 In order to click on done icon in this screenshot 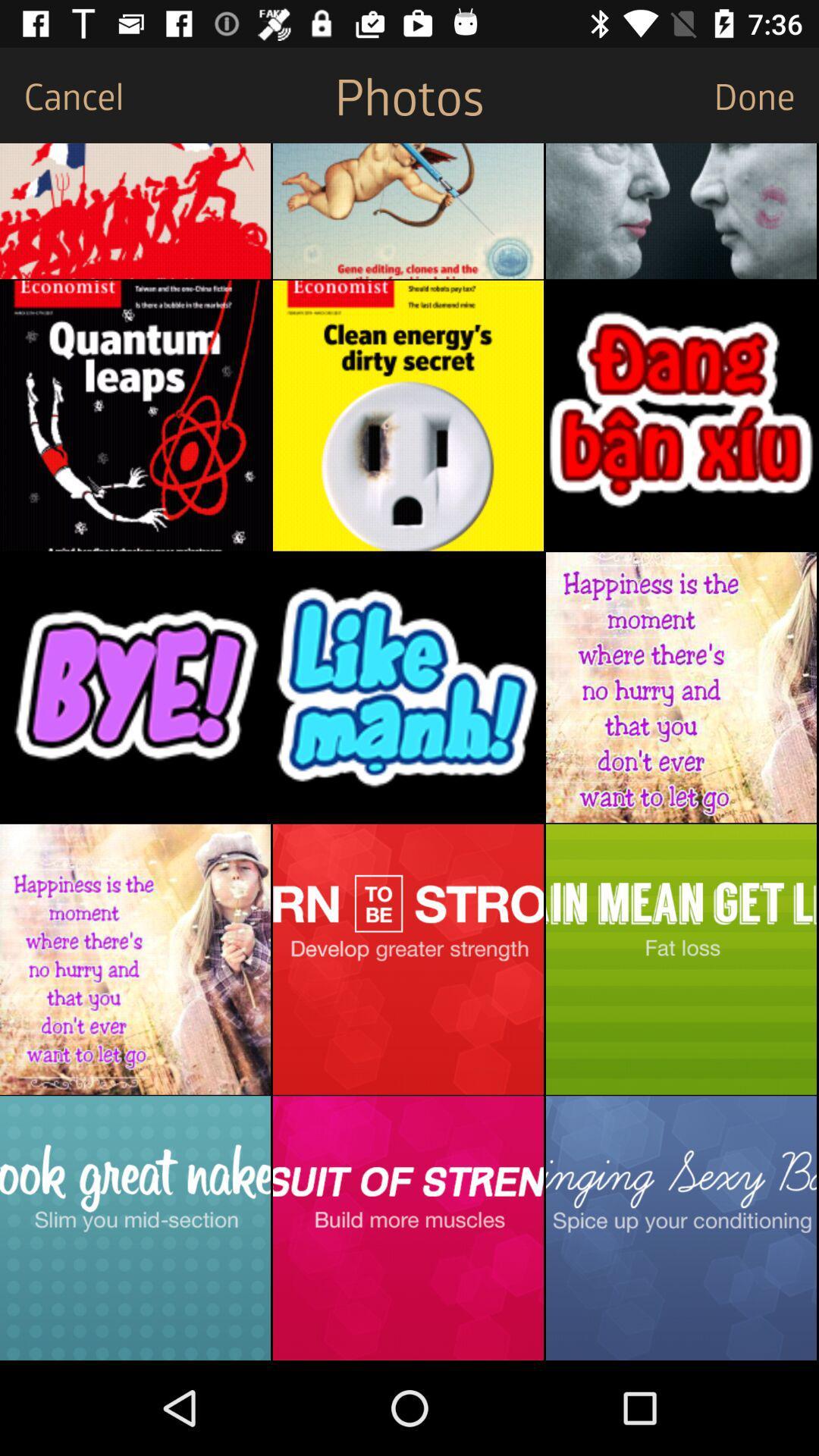, I will do `click(766, 94)`.